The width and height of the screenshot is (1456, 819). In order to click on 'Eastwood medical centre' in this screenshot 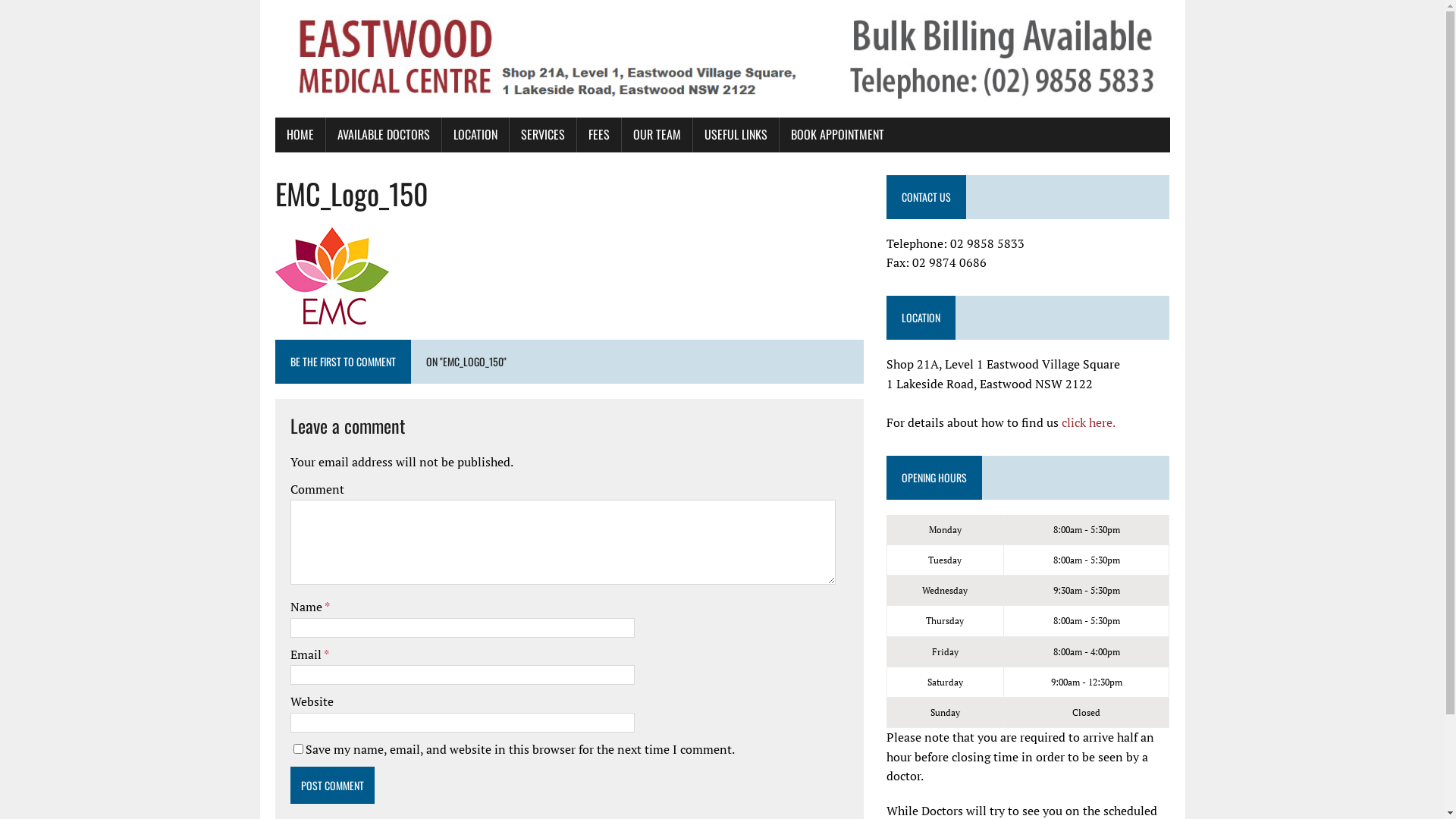, I will do `click(720, 58)`.